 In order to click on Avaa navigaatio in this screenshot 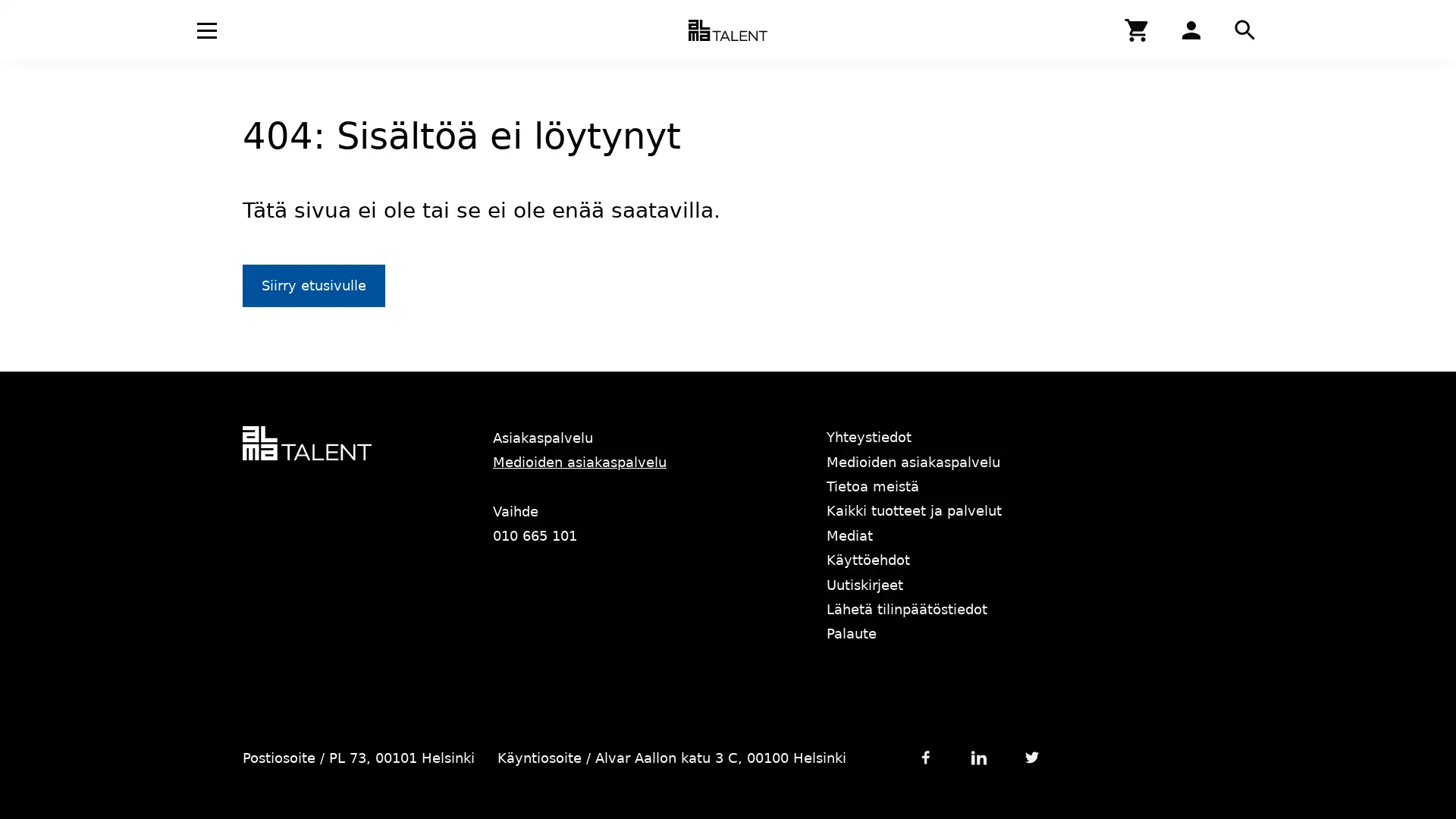, I will do `click(206, 30)`.